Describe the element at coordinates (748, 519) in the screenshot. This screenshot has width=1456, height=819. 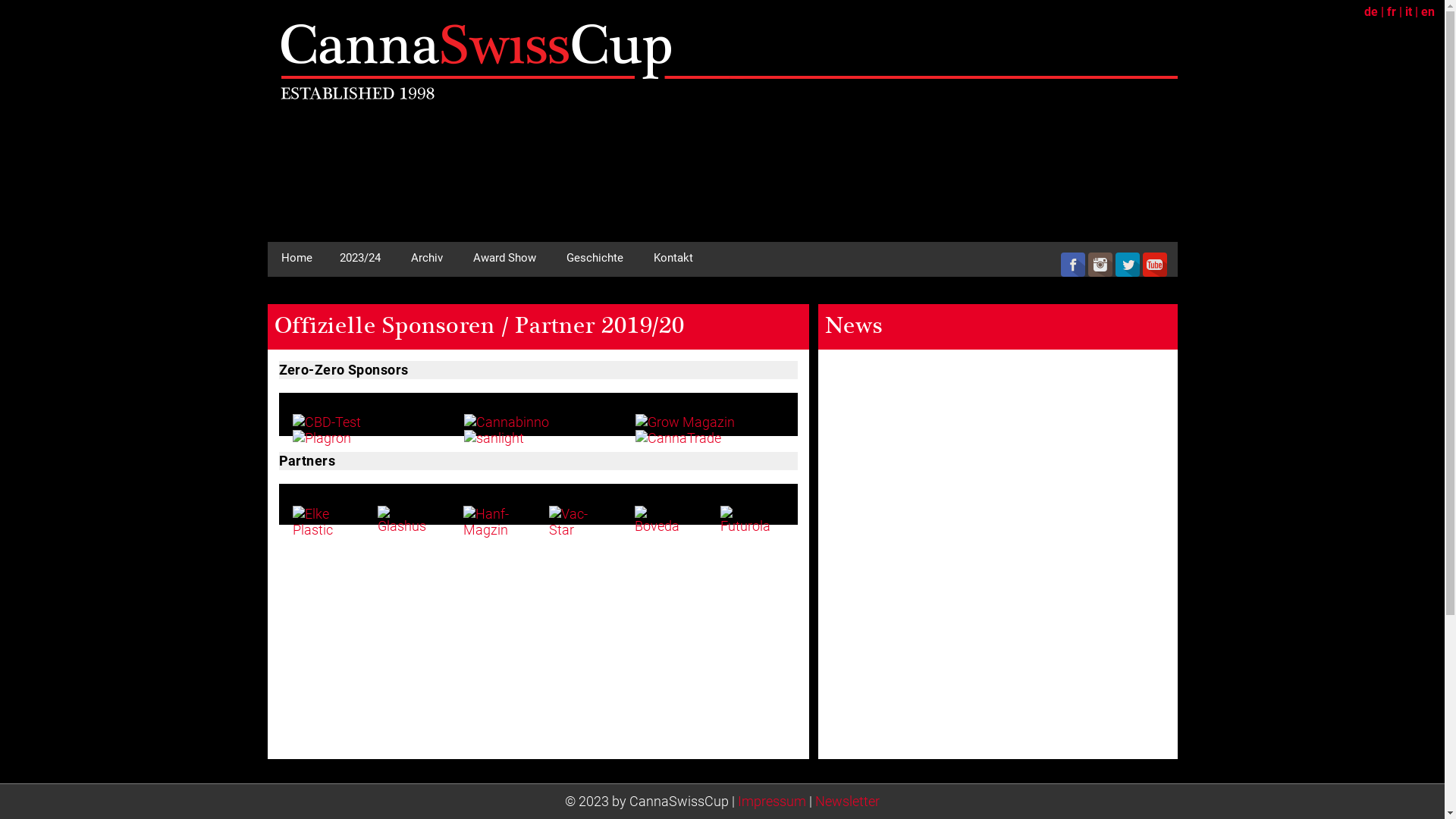
I see `'Futurola'` at that location.